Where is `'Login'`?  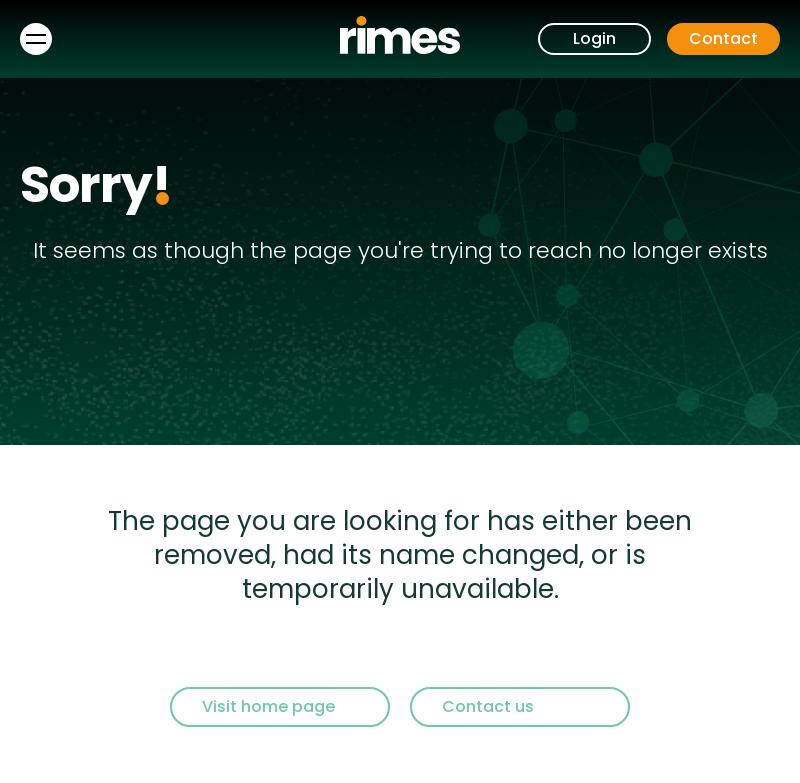 'Login' is located at coordinates (593, 38).